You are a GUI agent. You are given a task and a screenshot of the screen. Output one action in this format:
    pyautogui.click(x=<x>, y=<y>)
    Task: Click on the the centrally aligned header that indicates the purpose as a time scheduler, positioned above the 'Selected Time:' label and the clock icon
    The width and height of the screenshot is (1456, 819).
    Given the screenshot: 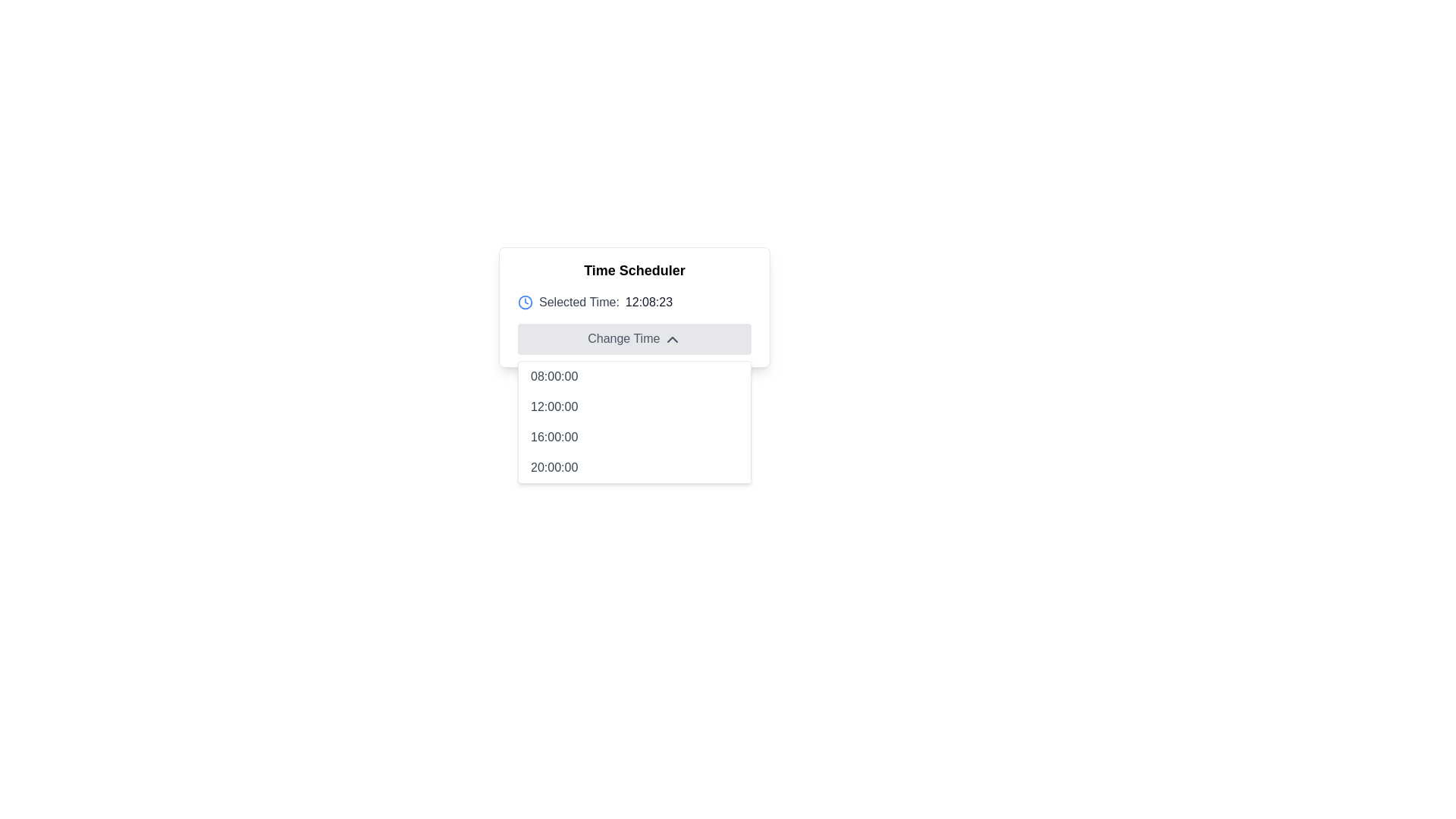 What is the action you would take?
    pyautogui.click(x=634, y=270)
    